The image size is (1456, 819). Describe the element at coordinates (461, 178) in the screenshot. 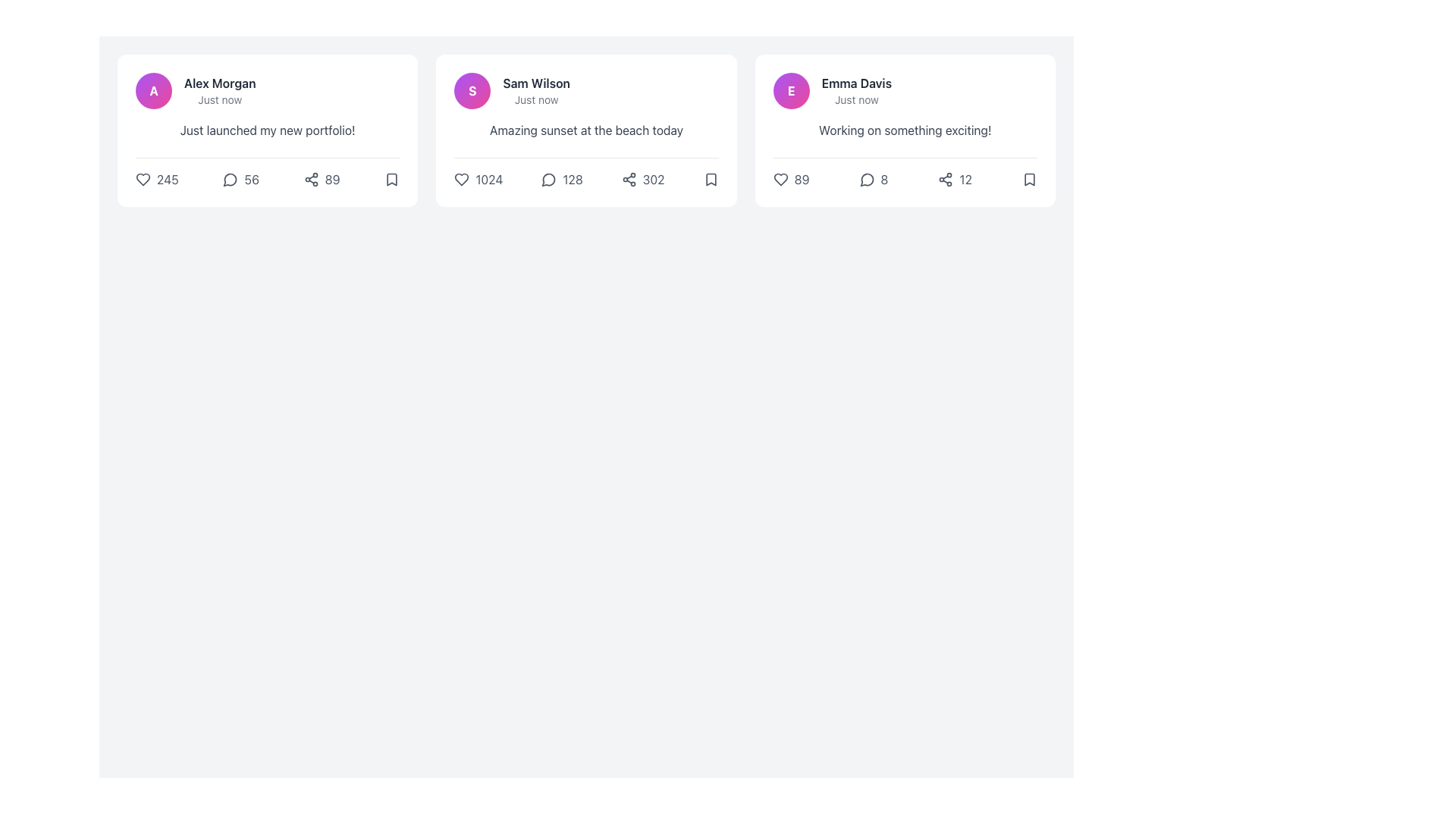

I see `the 'like' or 'favorite' icon located at the bottom-left corner of the second card in a three-card layout` at that location.